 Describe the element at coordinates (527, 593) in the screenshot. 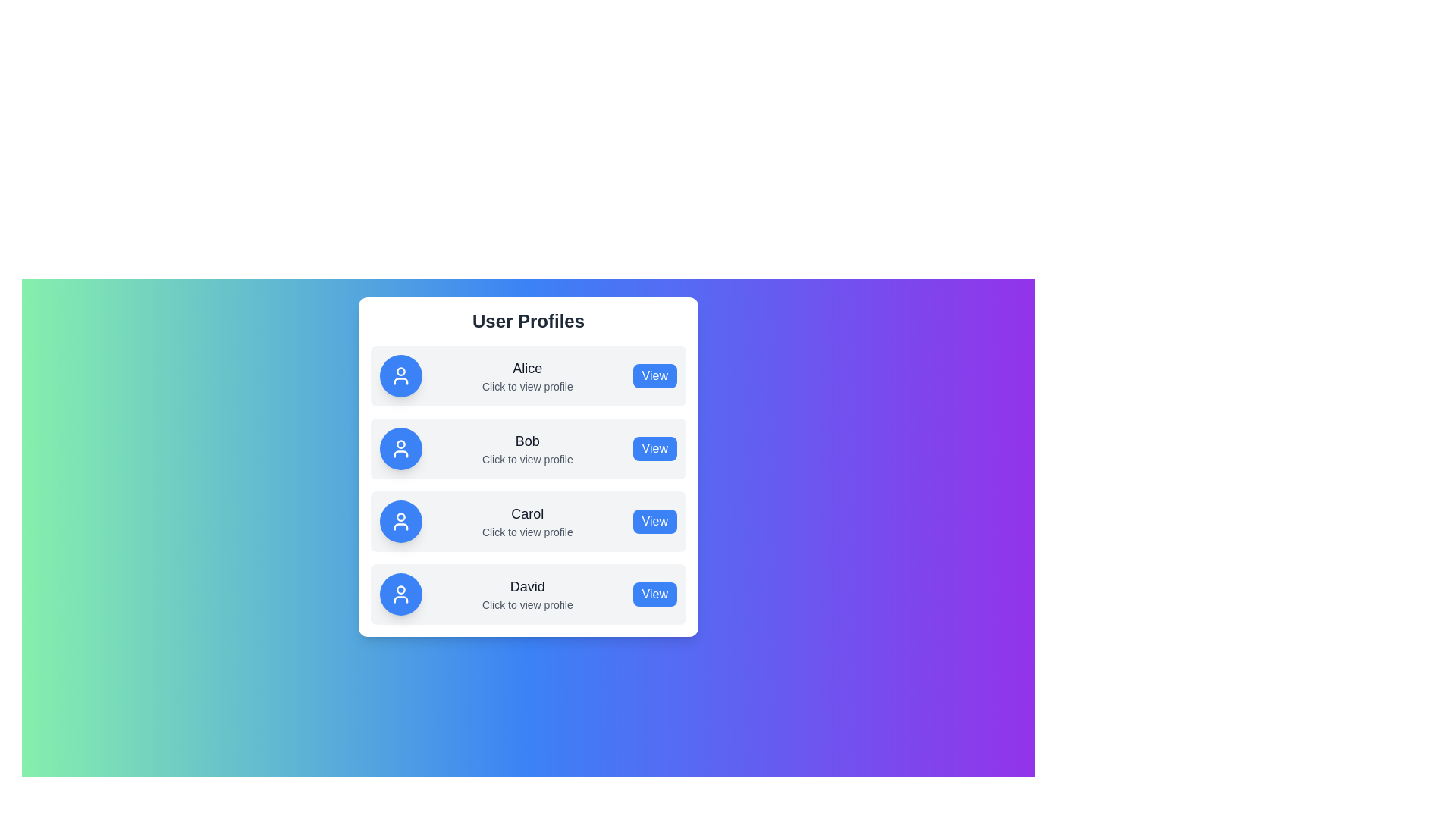

I see `text label that displays the name 'David' and suggests clicking to view further details, which is the fourth item in the user profile list` at that location.